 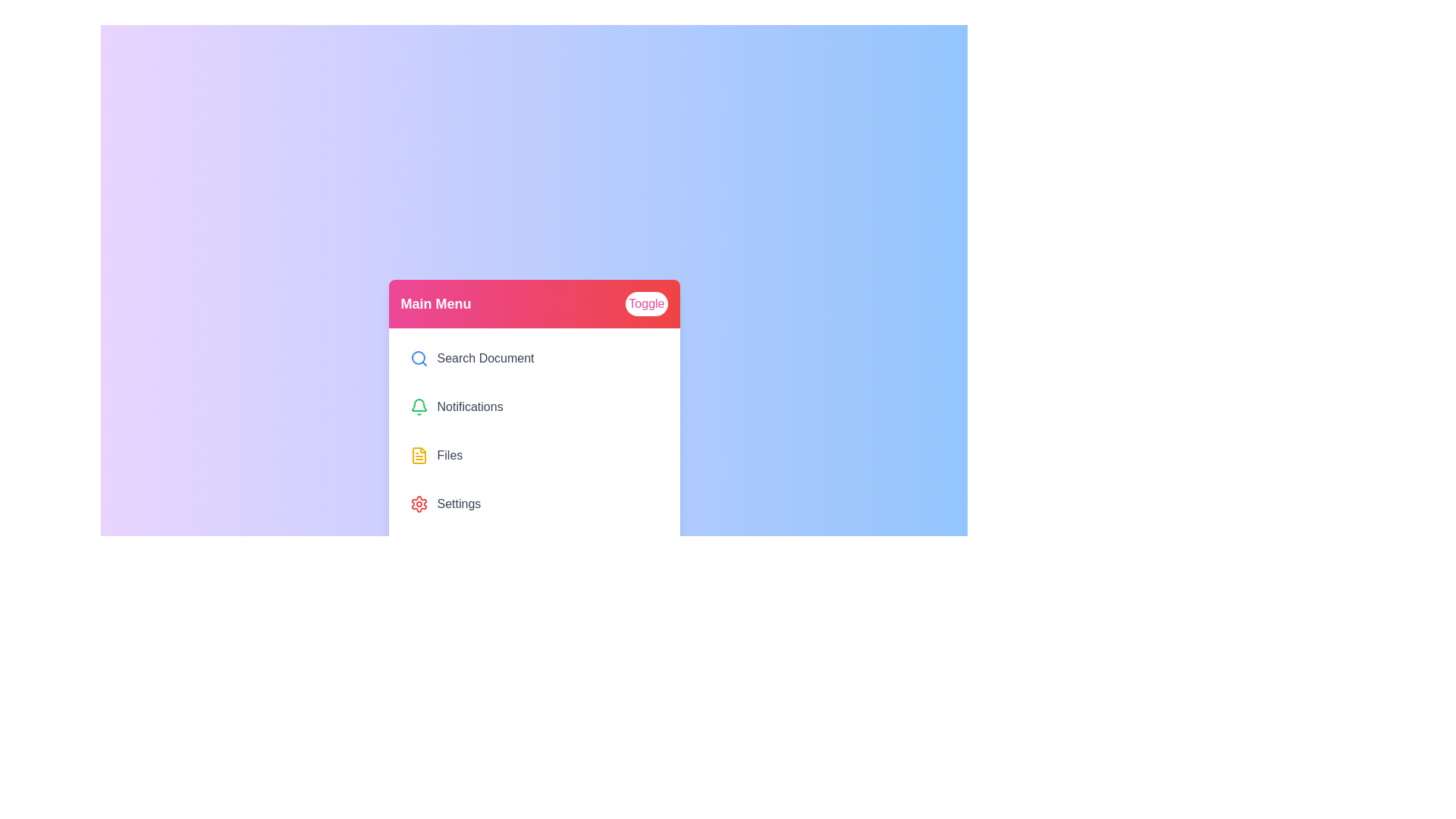 I want to click on the menu item labeled 'Files' to observe its hover effect, so click(x=534, y=455).